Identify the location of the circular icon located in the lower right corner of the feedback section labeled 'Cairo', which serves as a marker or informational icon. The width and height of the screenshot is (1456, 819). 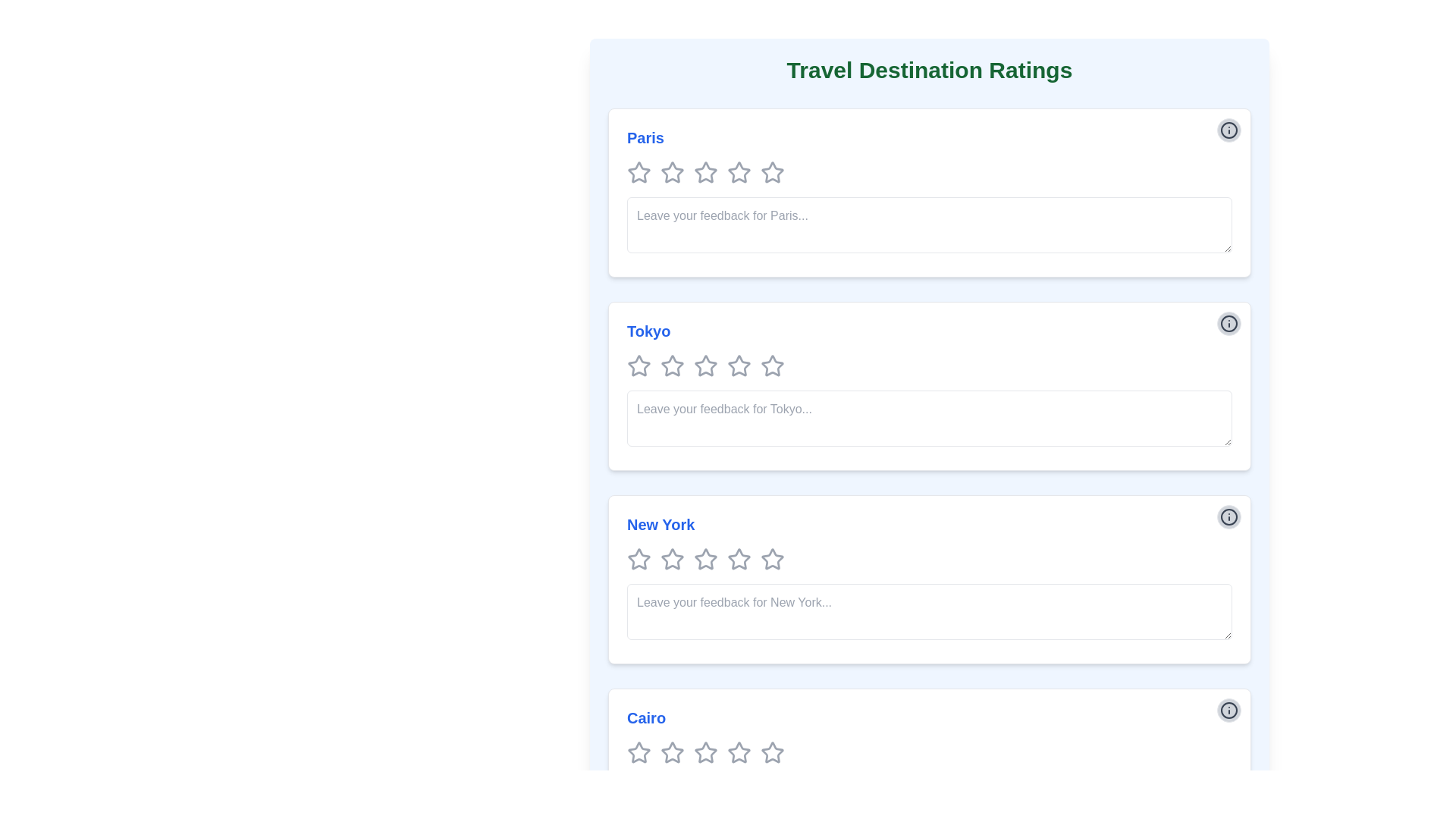
(1229, 711).